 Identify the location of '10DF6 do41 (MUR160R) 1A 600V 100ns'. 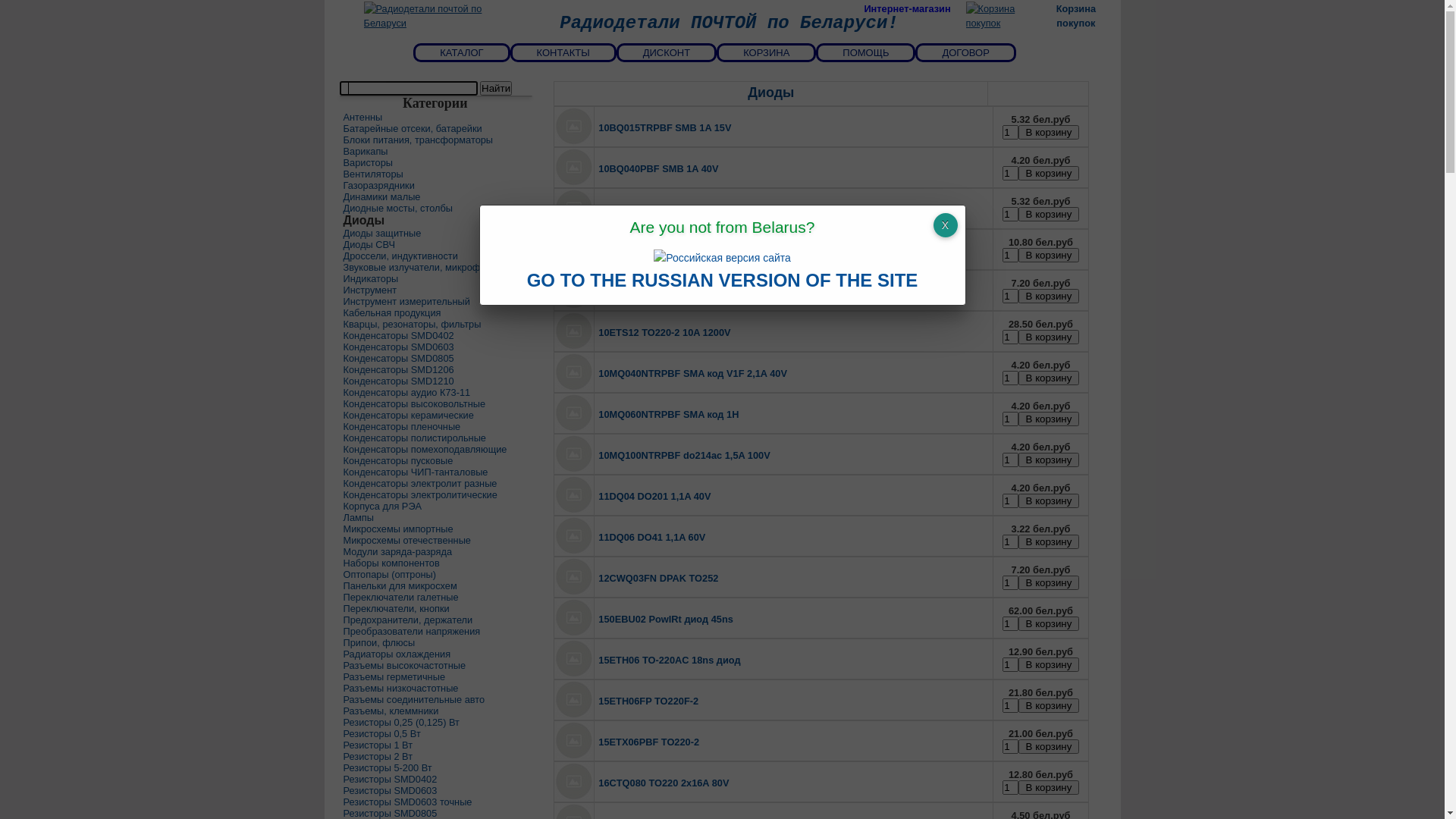
(687, 291).